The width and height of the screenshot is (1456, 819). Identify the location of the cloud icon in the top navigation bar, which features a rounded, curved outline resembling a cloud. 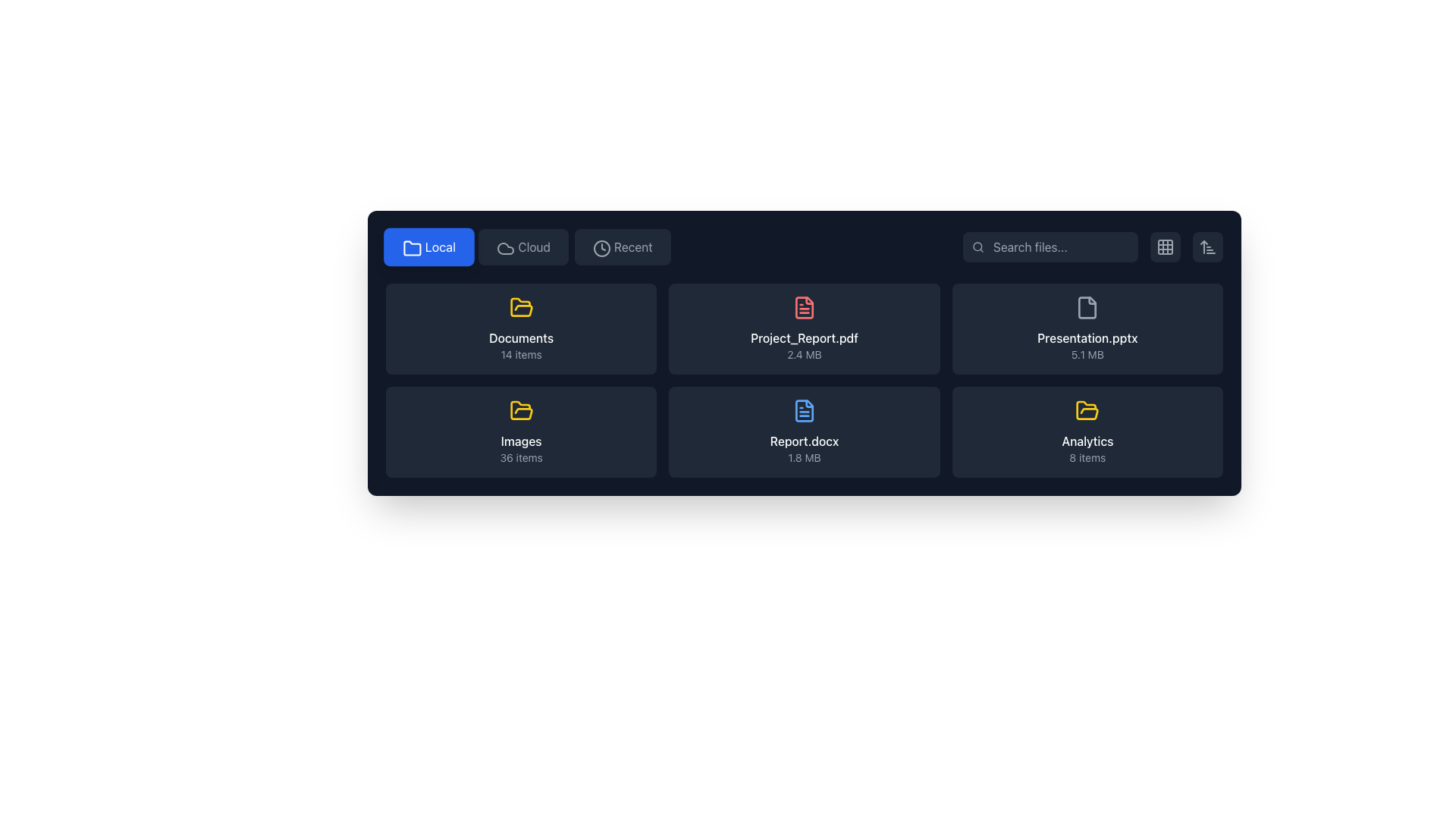
(506, 247).